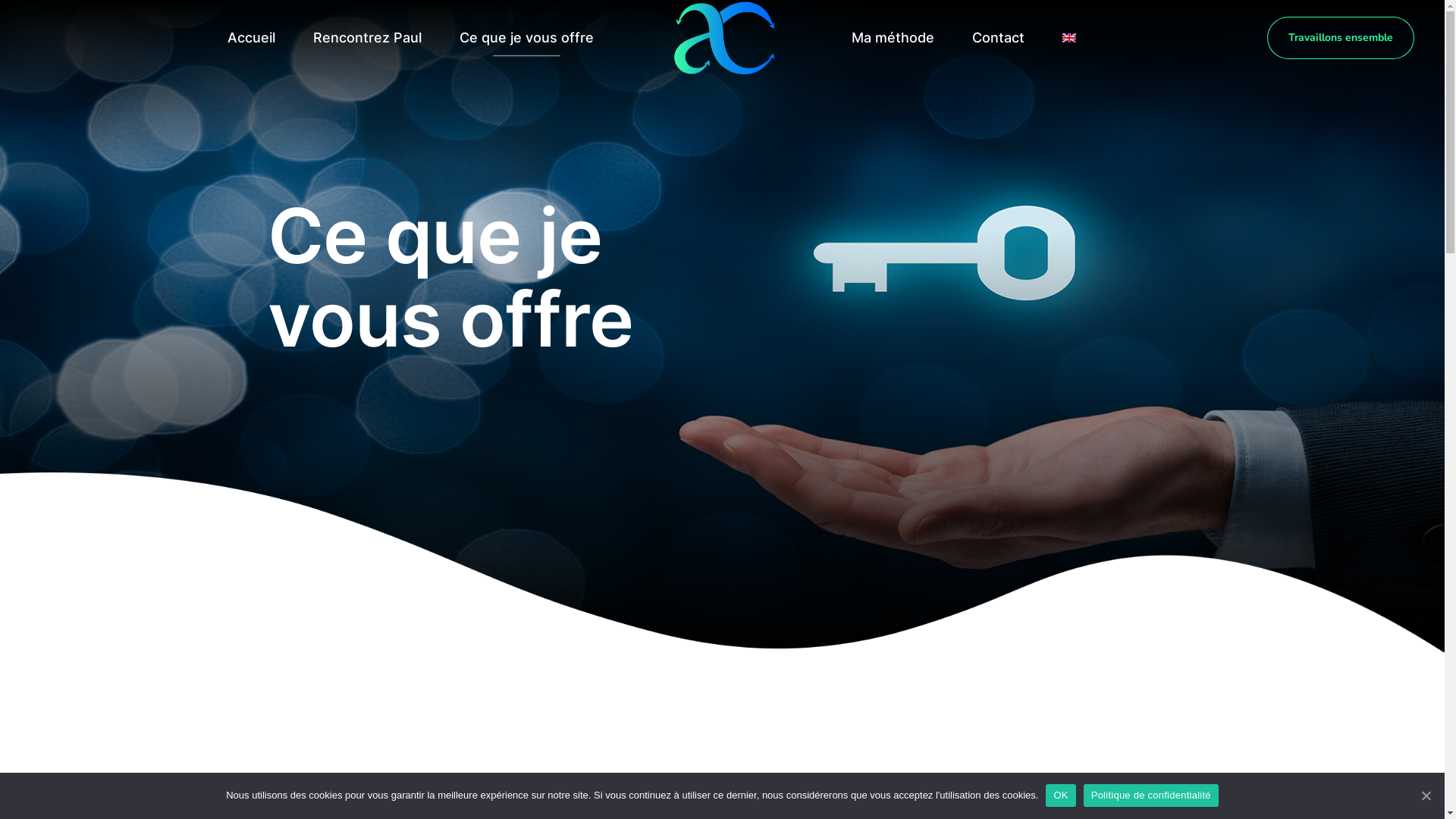  I want to click on 'Rencontrez Paul', so click(366, 37).